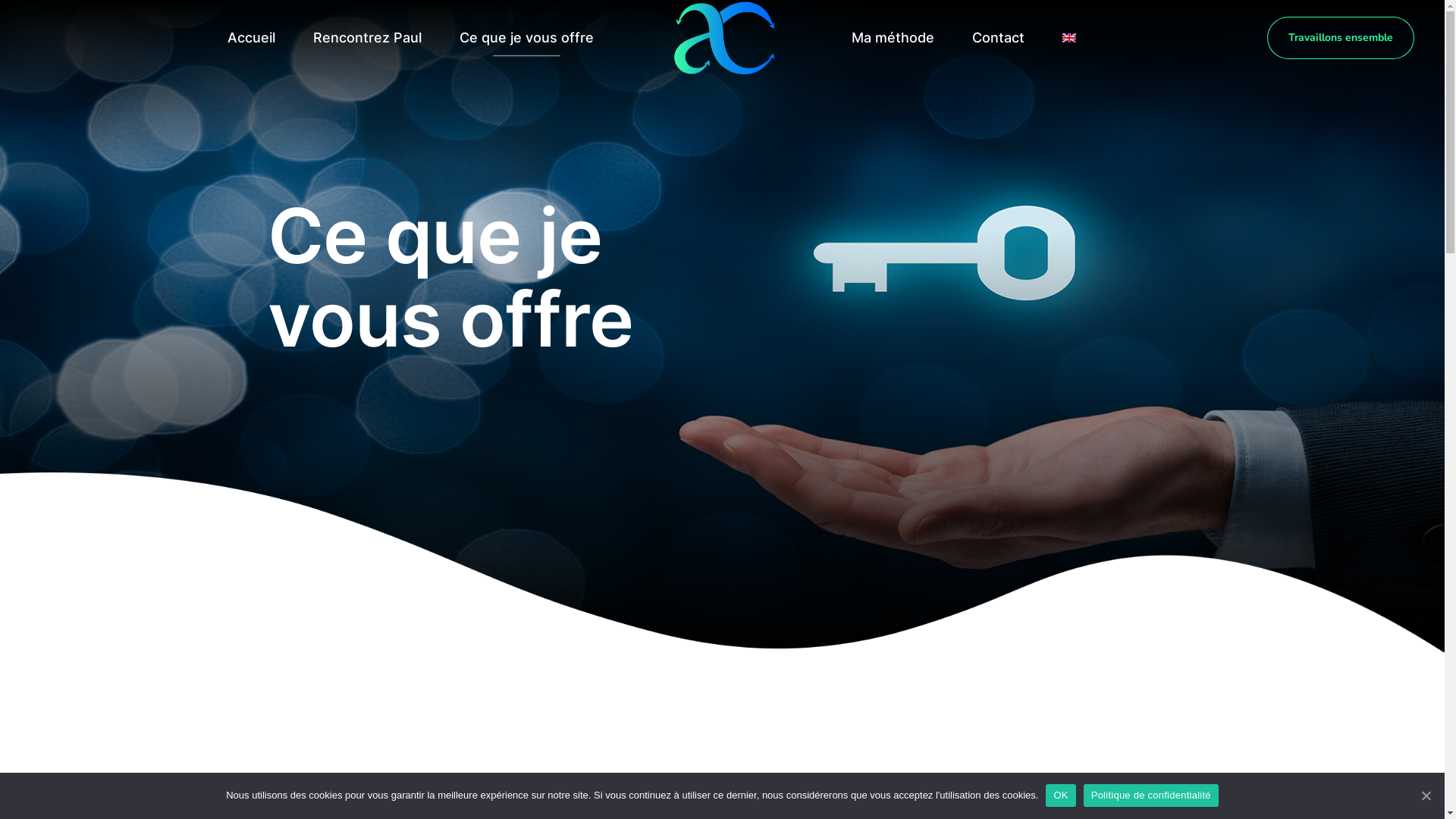  I want to click on 'Rencontrez Paul', so click(366, 37).